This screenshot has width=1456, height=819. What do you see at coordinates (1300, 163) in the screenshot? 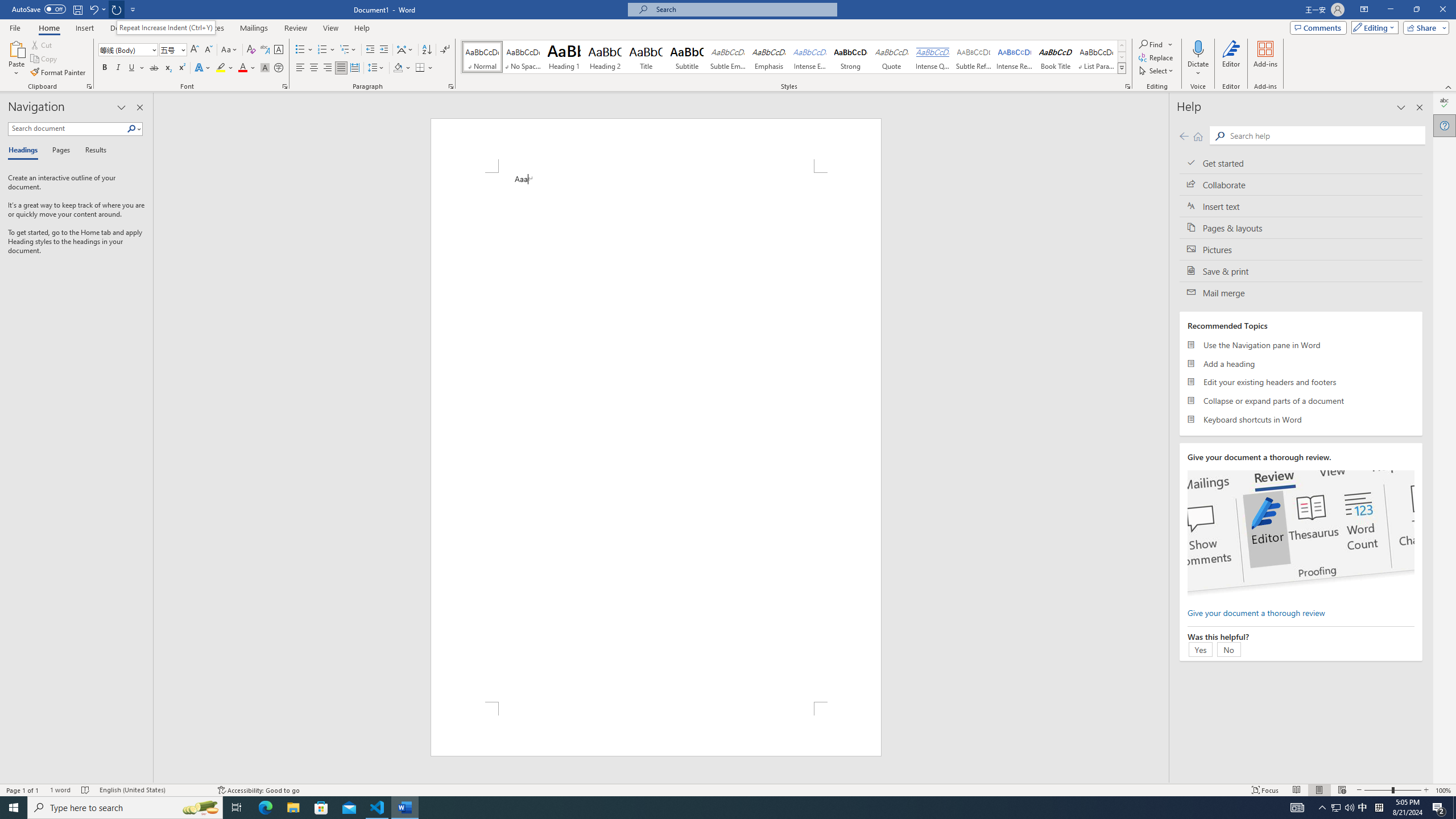
I see `'Get started'` at bounding box center [1300, 163].